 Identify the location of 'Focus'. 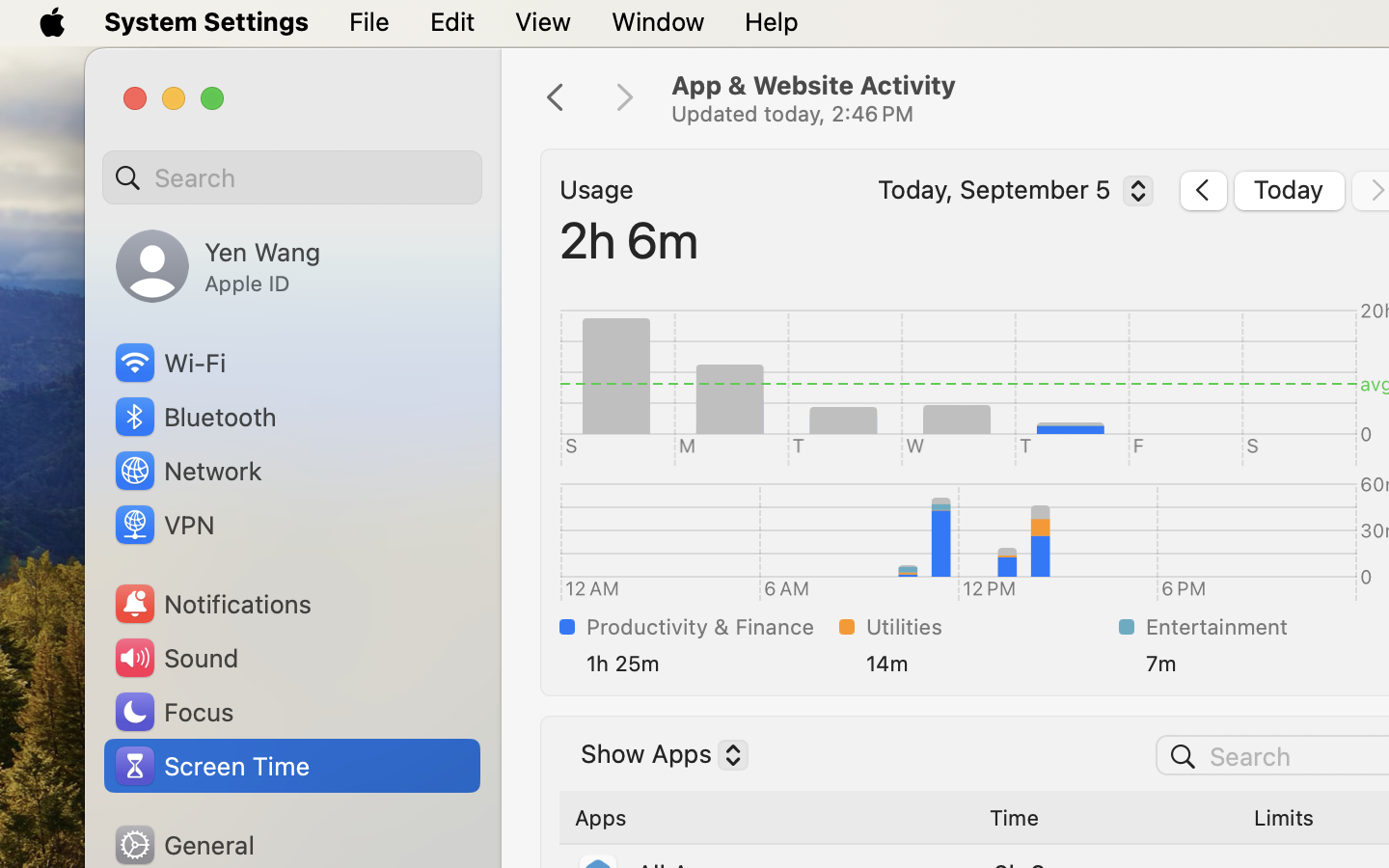
(171, 711).